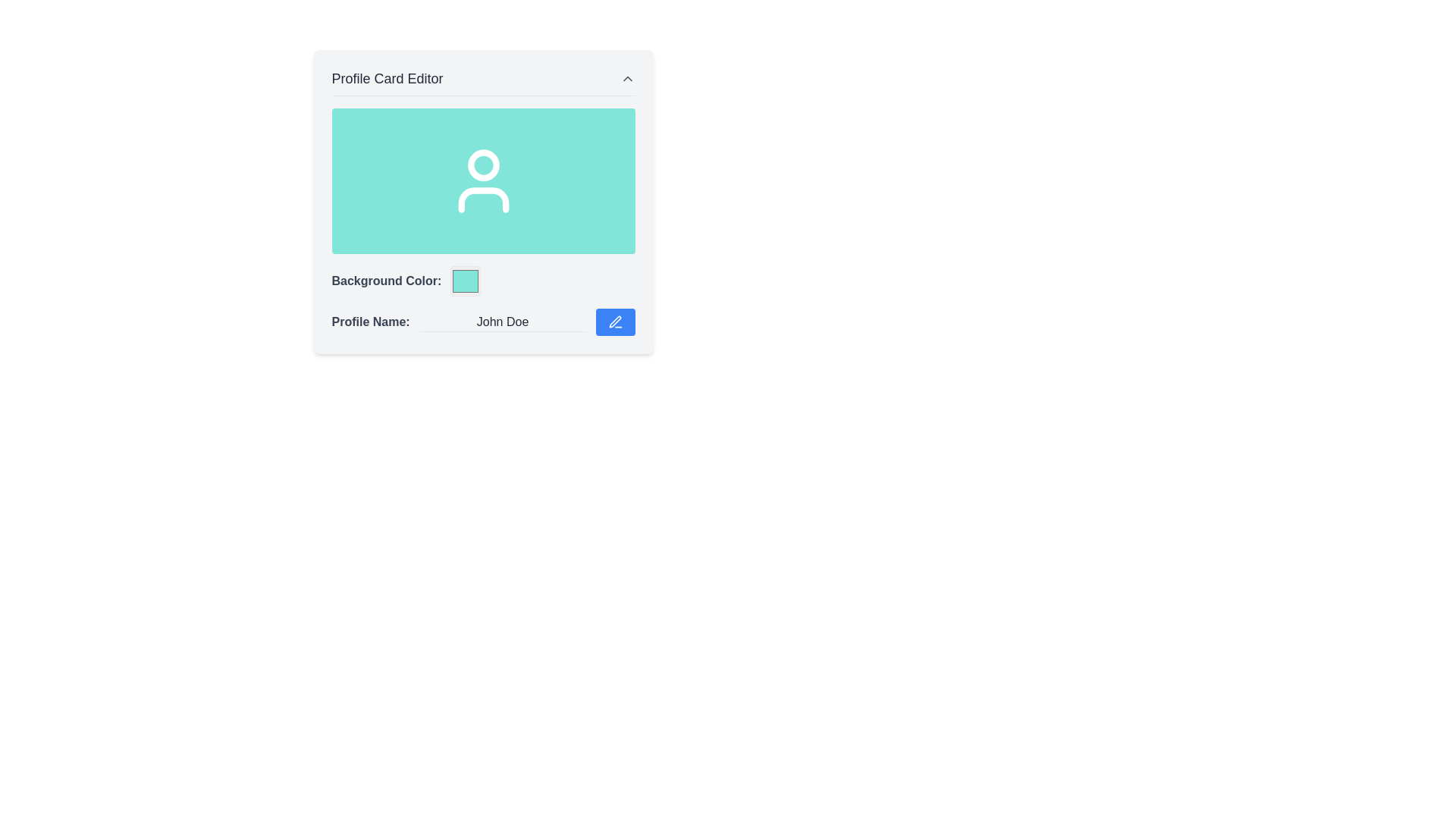 The image size is (1456, 819). What do you see at coordinates (386, 281) in the screenshot?
I see `the text label indicating the background color input in the Profile Card Editor section` at bounding box center [386, 281].